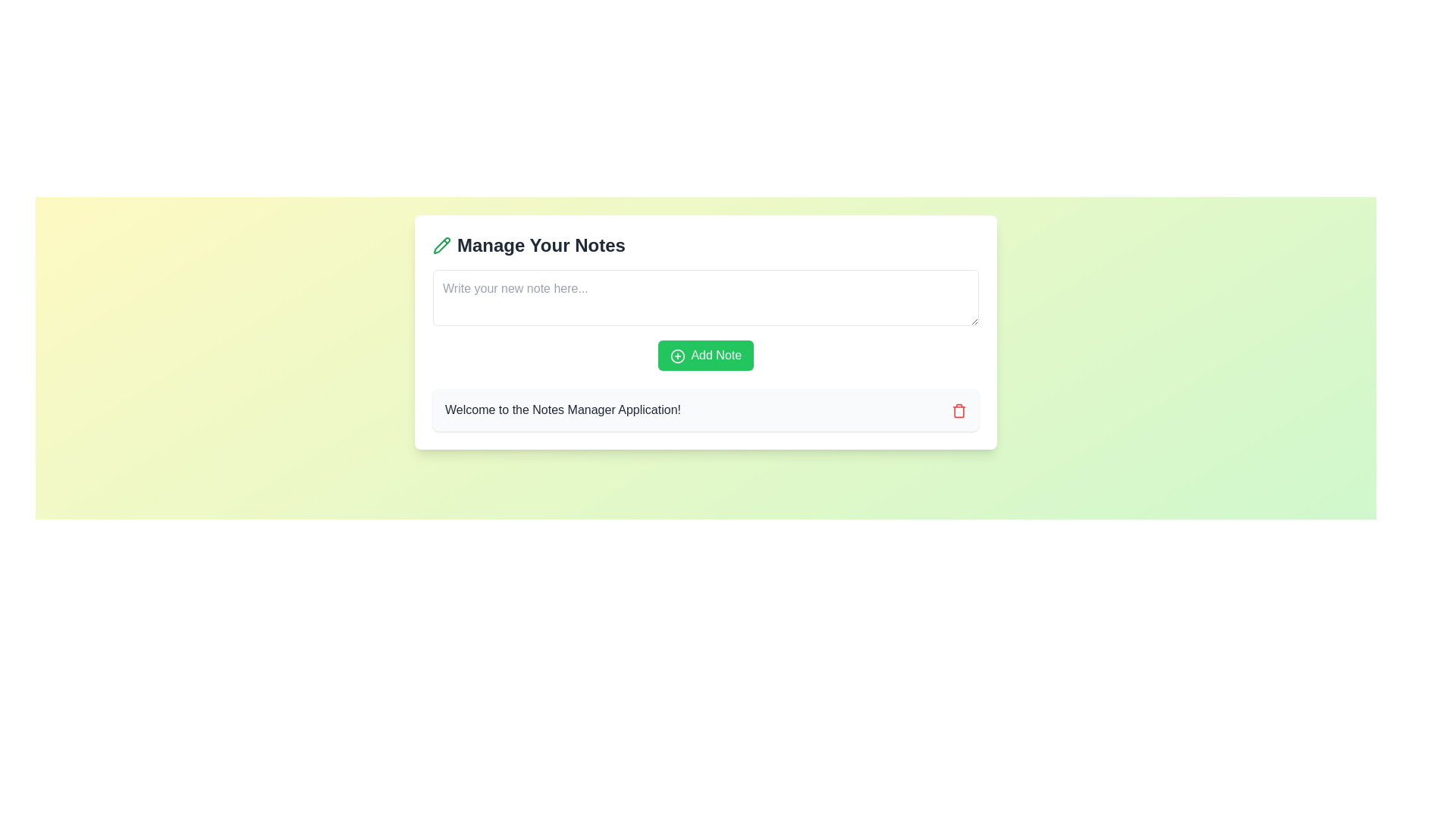  Describe the element at coordinates (959, 409) in the screenshot. I see `the delete icon located at the far-right edge of the white box containing the message 'Welcome to the Notes Manager Application!'` at that location.